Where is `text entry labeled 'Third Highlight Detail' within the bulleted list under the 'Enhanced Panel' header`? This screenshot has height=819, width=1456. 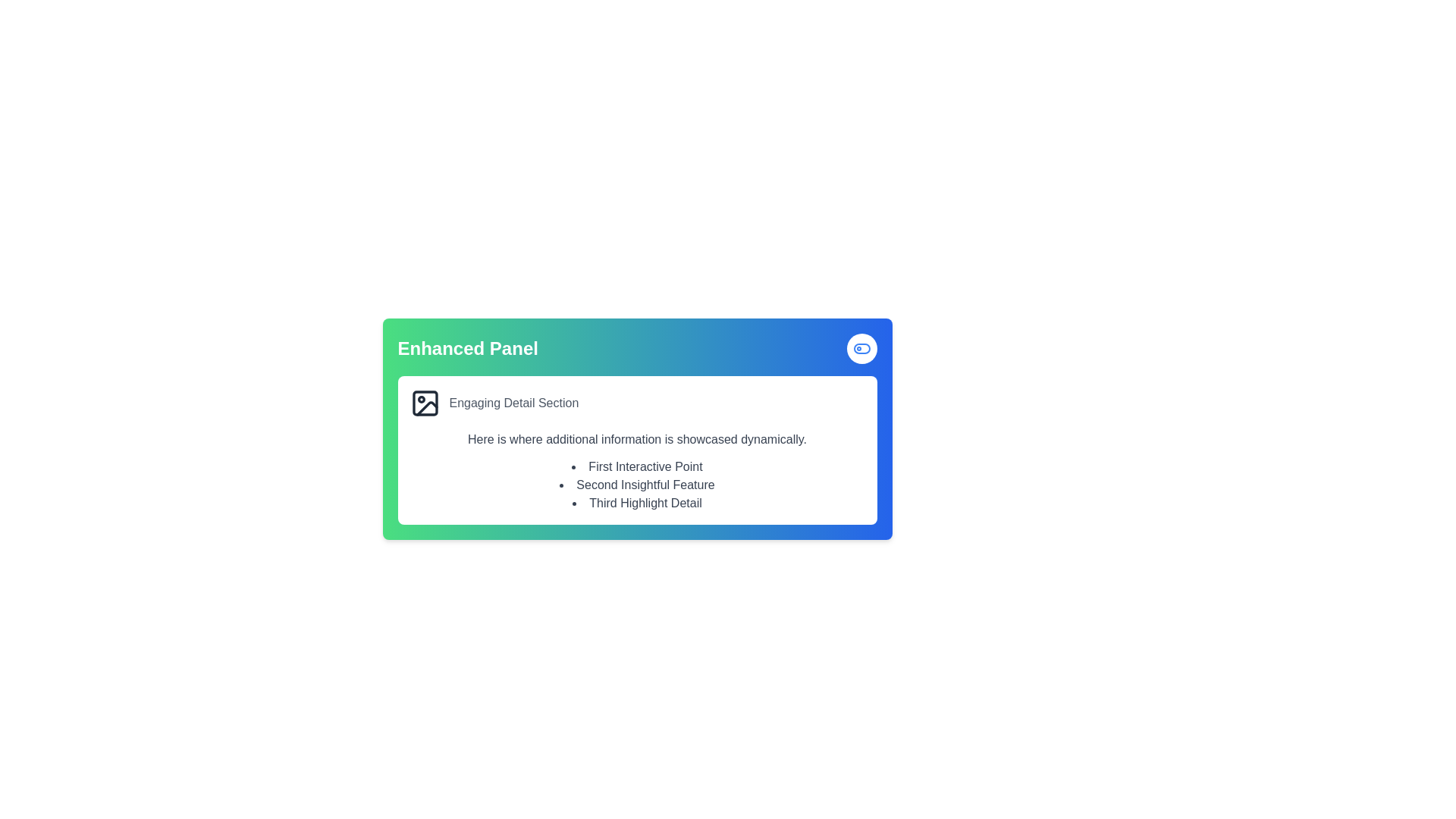
text entry labeled 'Third Highlight Detail' within the bulleted list under the 'Enhanced Panel' header is located at coordinates (637, 503).